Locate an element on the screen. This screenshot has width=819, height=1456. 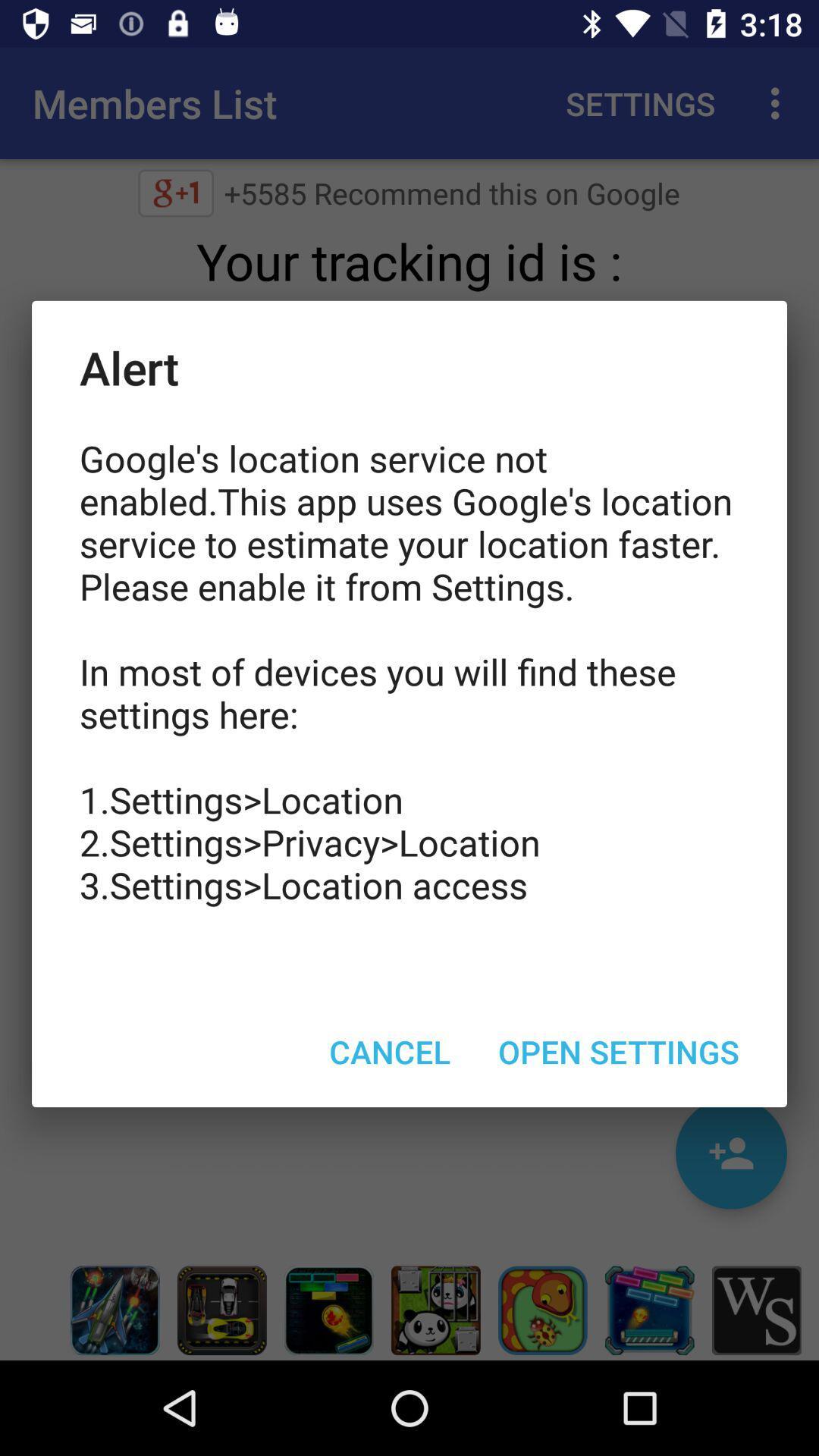
the item at the bottom is located at coordinates (389, 1050).